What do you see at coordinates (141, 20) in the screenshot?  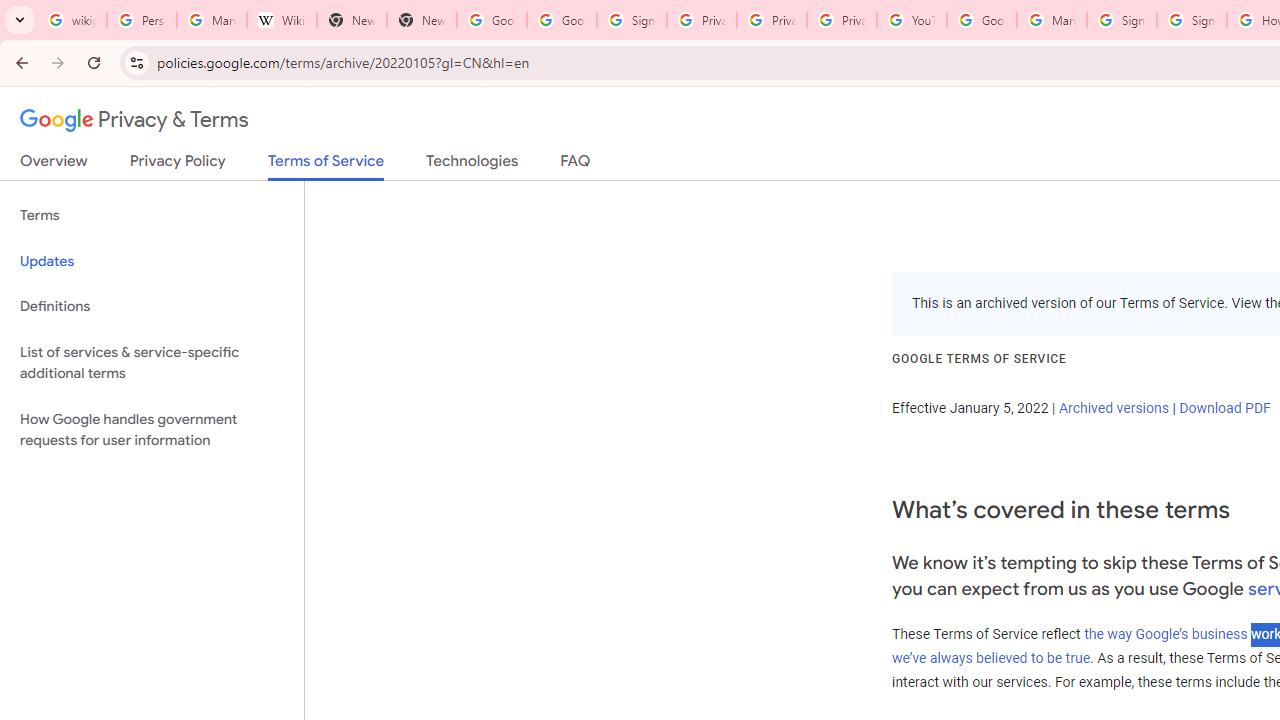 I see `'Personalization & Google Search results - Google Search Help'` at bounding box center [141, 20].